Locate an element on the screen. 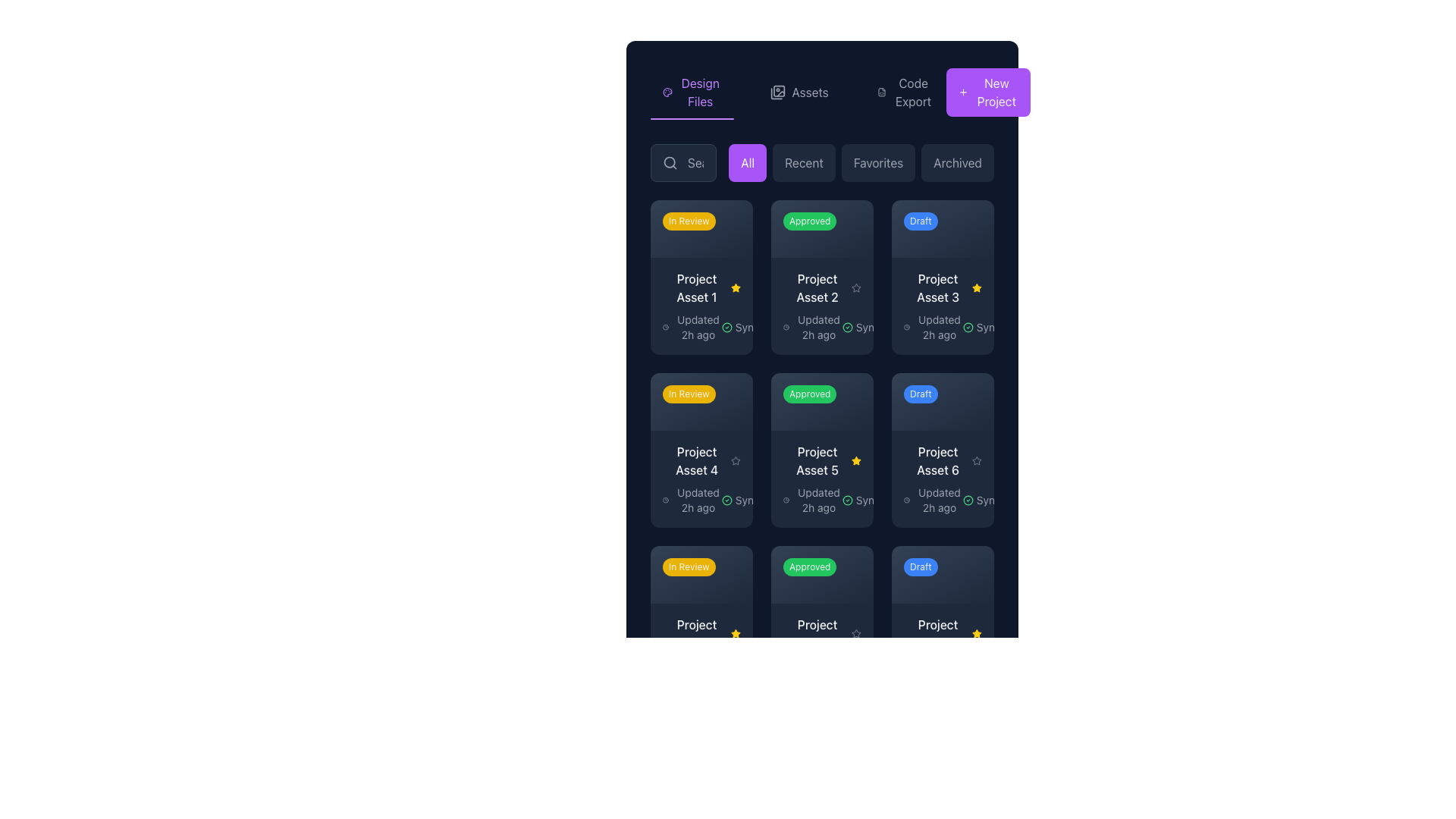 The width and height of the screenshot is (1456, 819). the status indicator that shows the content has been synchronized, located in the third column, second row of the grid-style layout, following the 'Updated 2h ago' text is located at coordinates (987, 326).